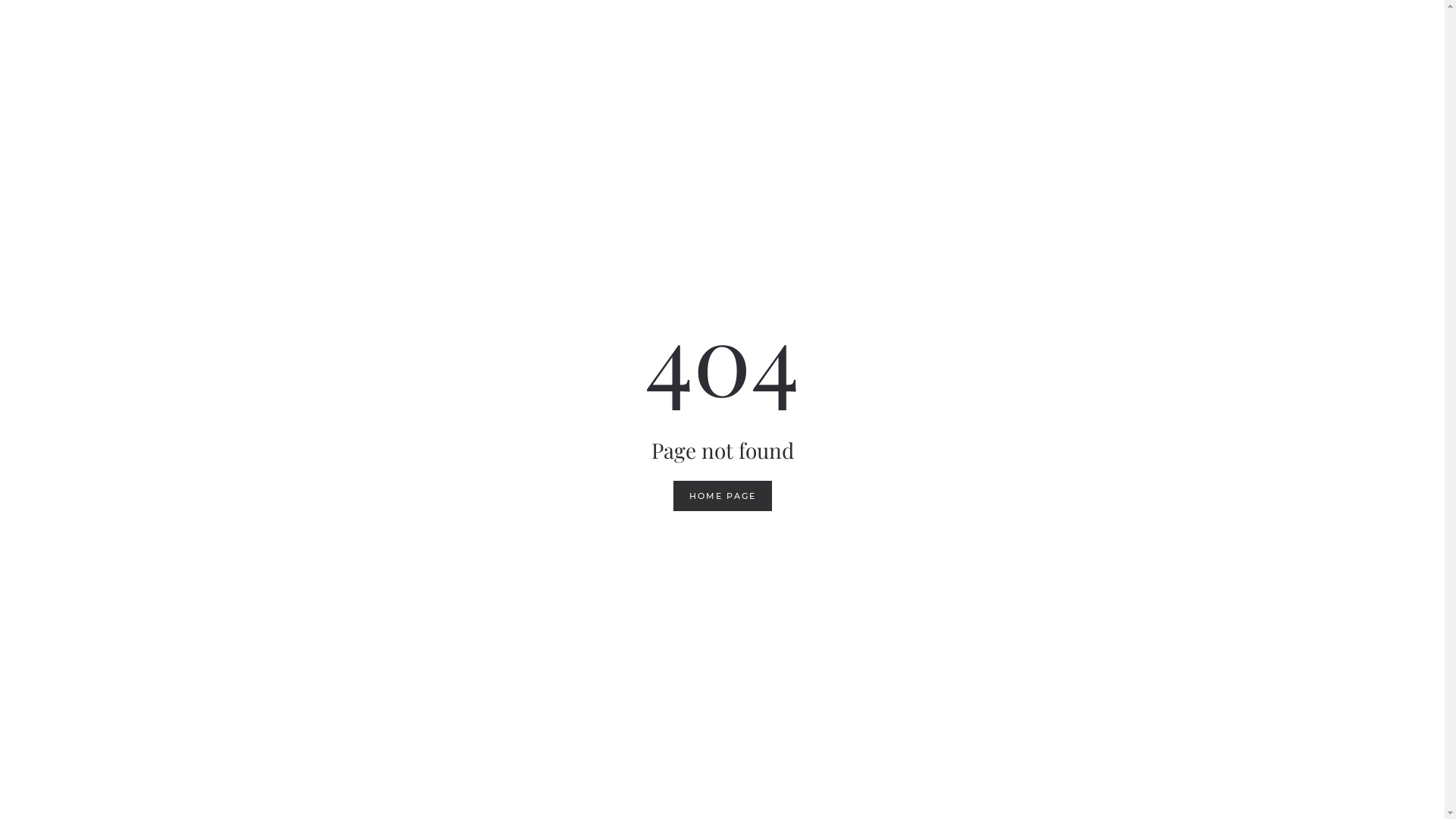  Describe the element at coordinates (722, 496) in the screenshot. I see `'HOME PAGE'` at that location.